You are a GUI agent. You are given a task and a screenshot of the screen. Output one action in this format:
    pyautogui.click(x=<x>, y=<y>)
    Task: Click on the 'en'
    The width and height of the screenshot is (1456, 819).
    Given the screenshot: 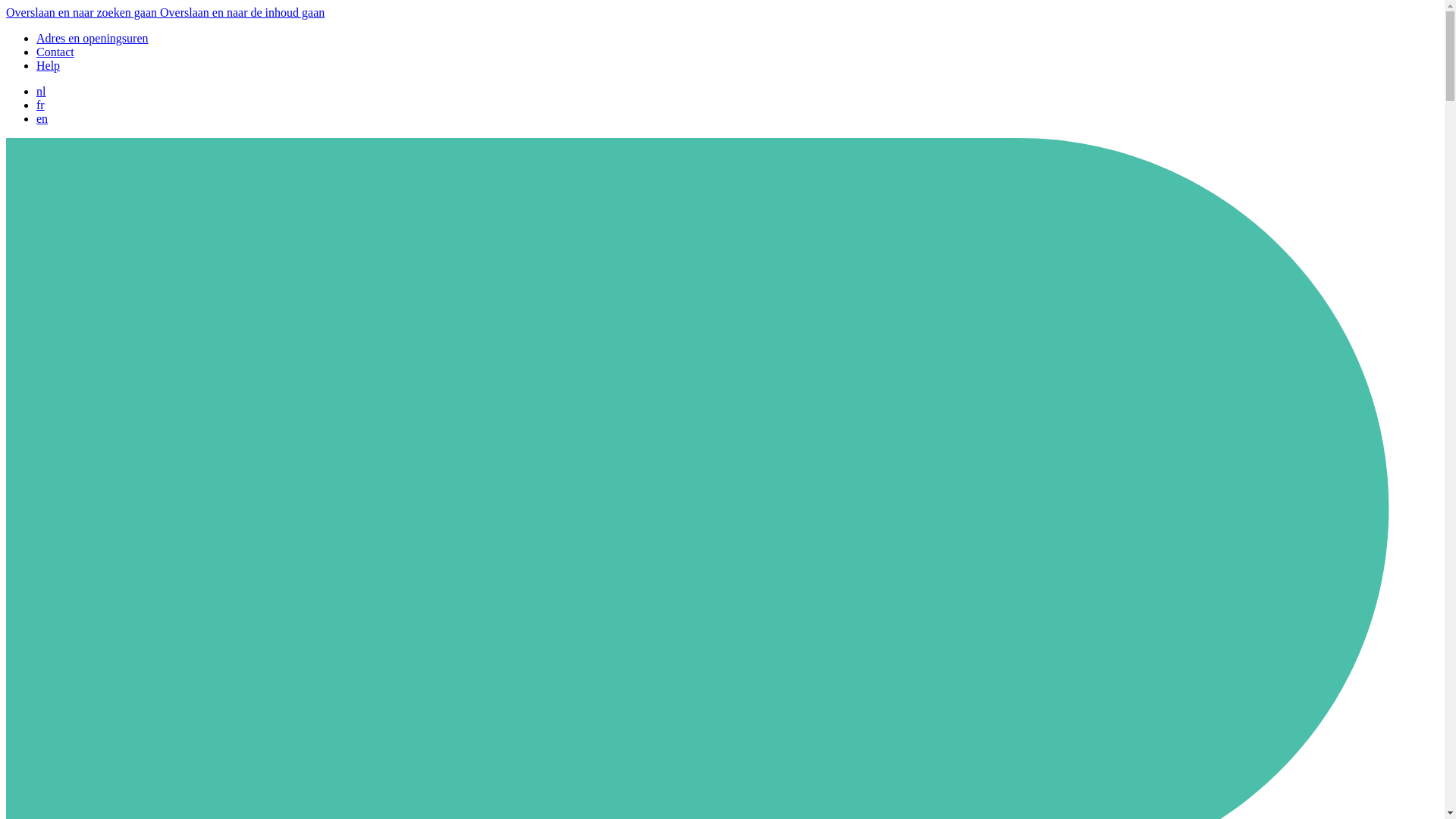 What is the action you would take?
    pyautogui.click(x=42, y=118)
    